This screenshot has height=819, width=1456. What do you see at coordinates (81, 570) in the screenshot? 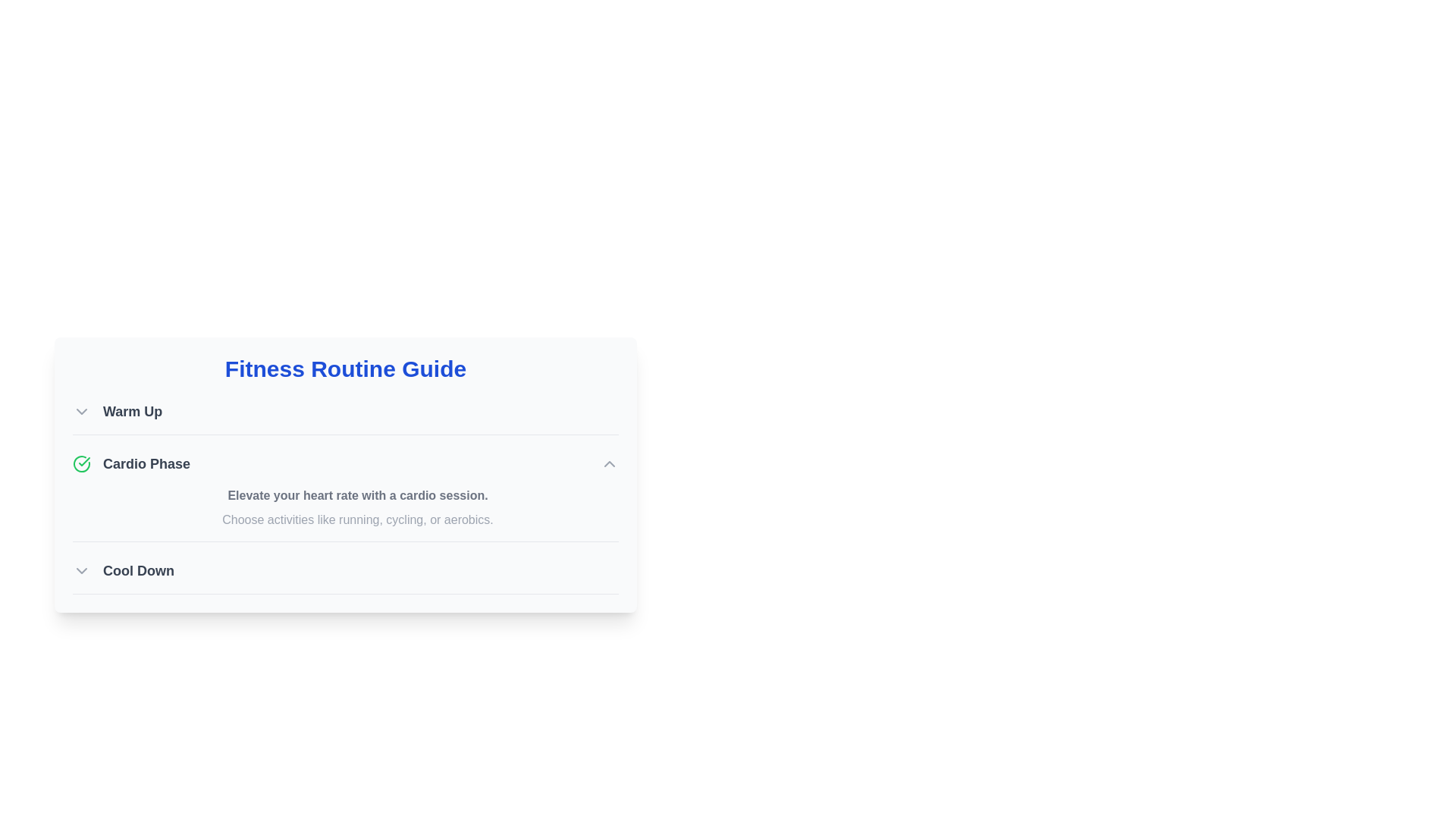
I see `the downward-pointing chevron icon, which is gray and located to the left of the 'Cool Down' text` at bounding box center [81, 570].